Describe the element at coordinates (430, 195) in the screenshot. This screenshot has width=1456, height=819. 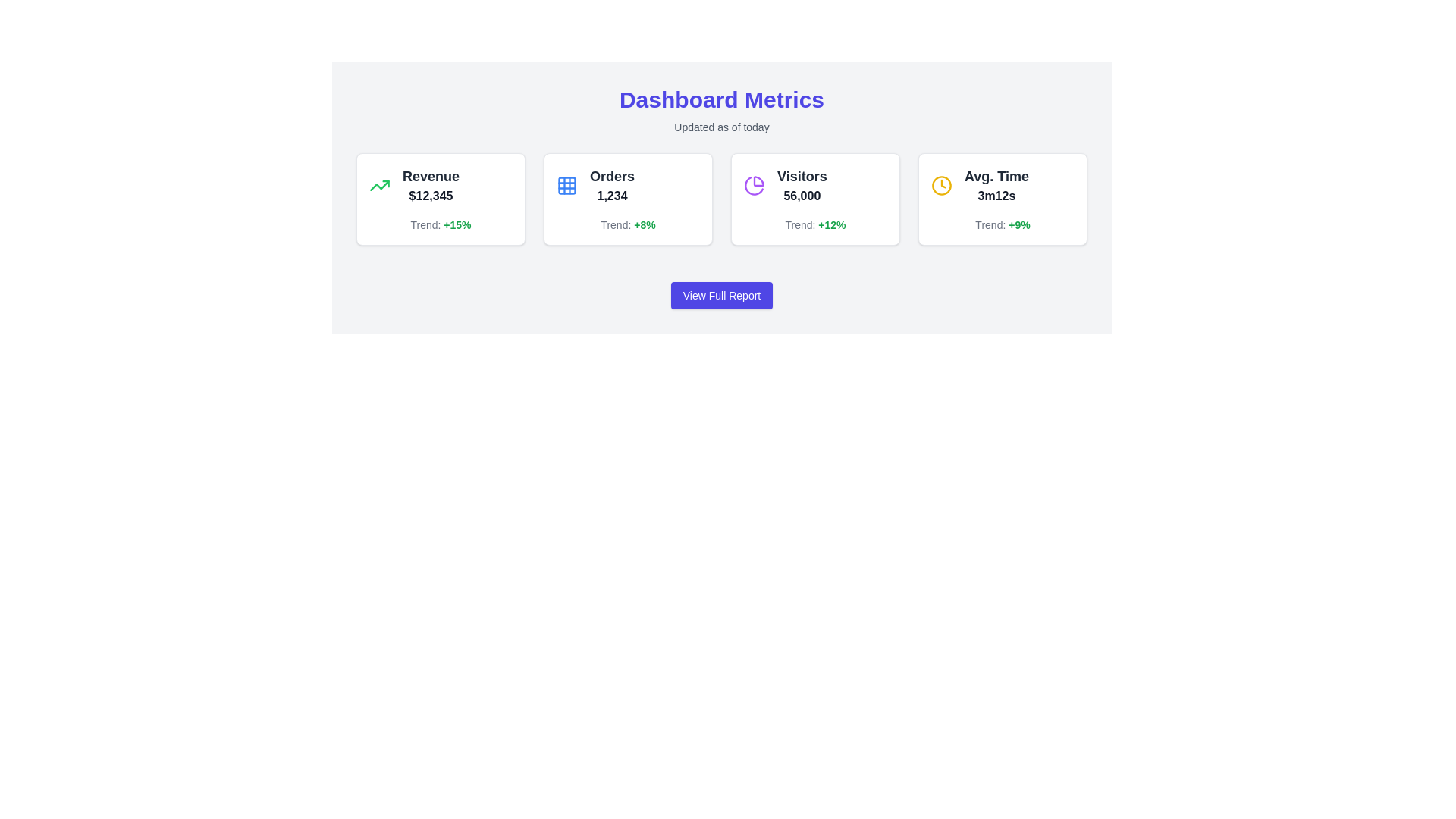
I see `the revenue value text label located in the second position of the first metric card, which is below the 'Revenue' label in a dashboard metric card layout` at that location.